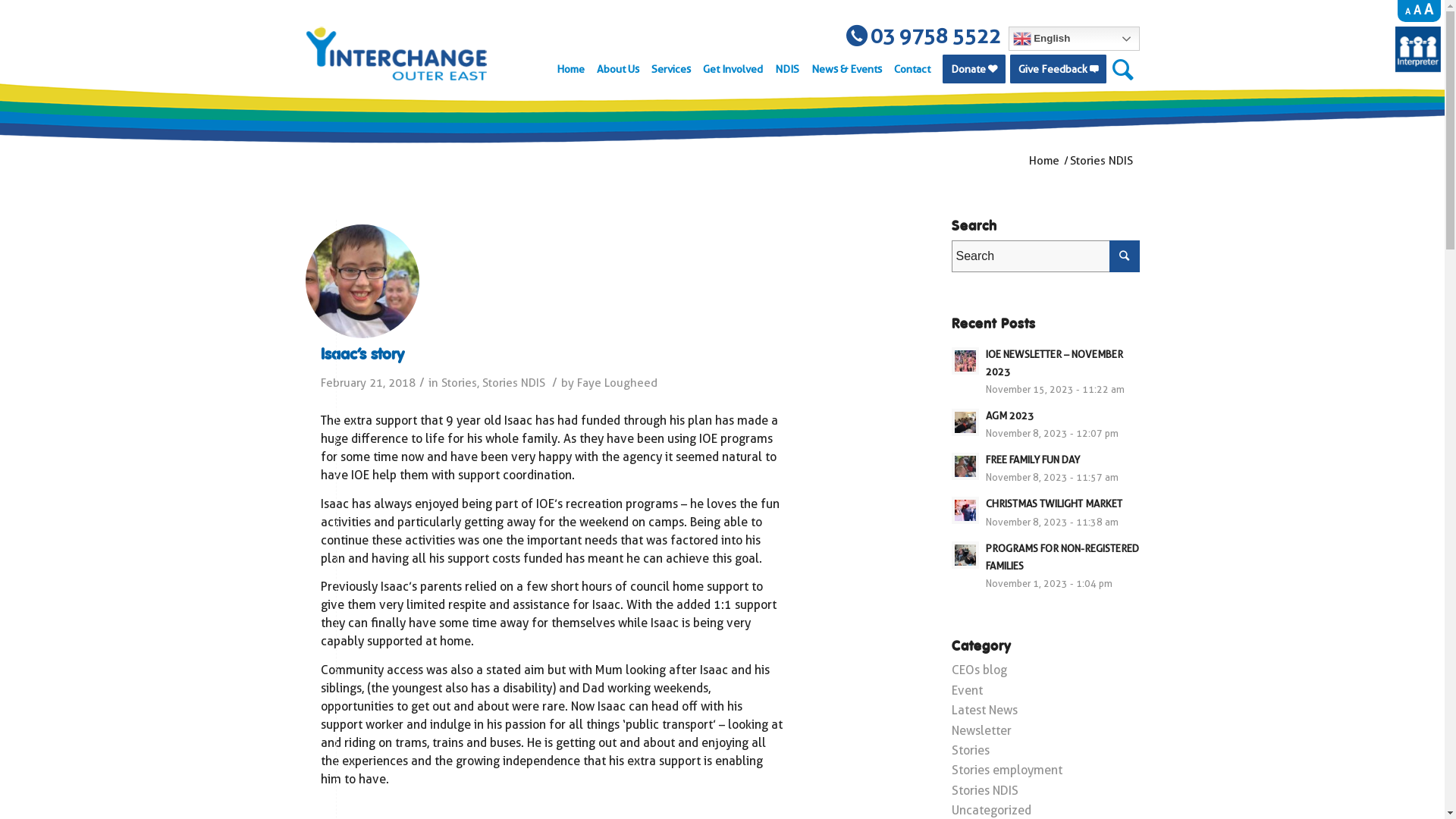 The width and height of the screenshot is (1456, 819). I want to click on 'Event', so click(965, 690).